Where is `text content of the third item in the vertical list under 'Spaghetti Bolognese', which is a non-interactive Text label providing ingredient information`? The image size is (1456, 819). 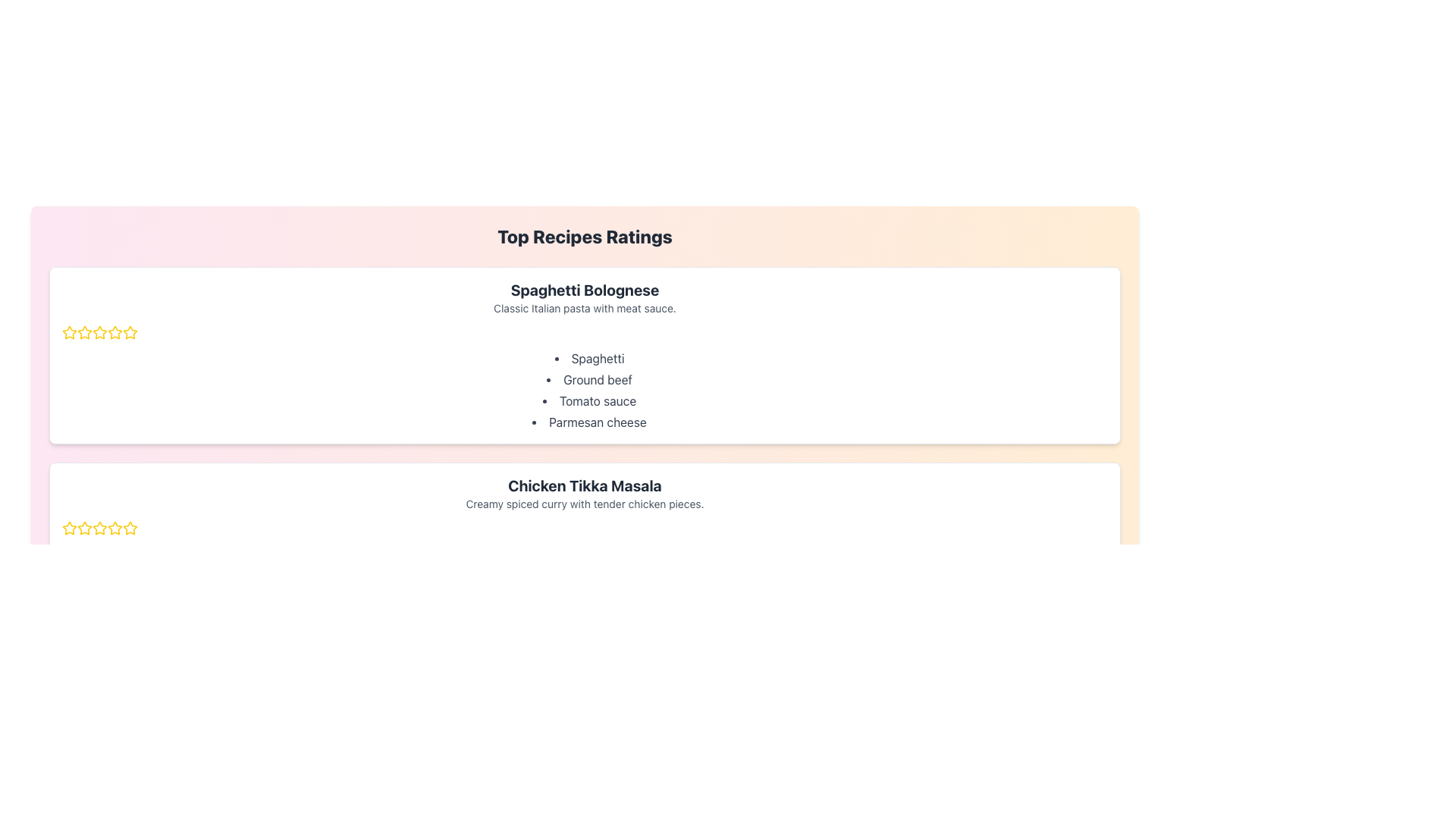
text content of the third item in the vertical list under 'Spaghetti Bolognese', which is a non-interactive Text label providing ingredient information is located at coordinates (588, 400).